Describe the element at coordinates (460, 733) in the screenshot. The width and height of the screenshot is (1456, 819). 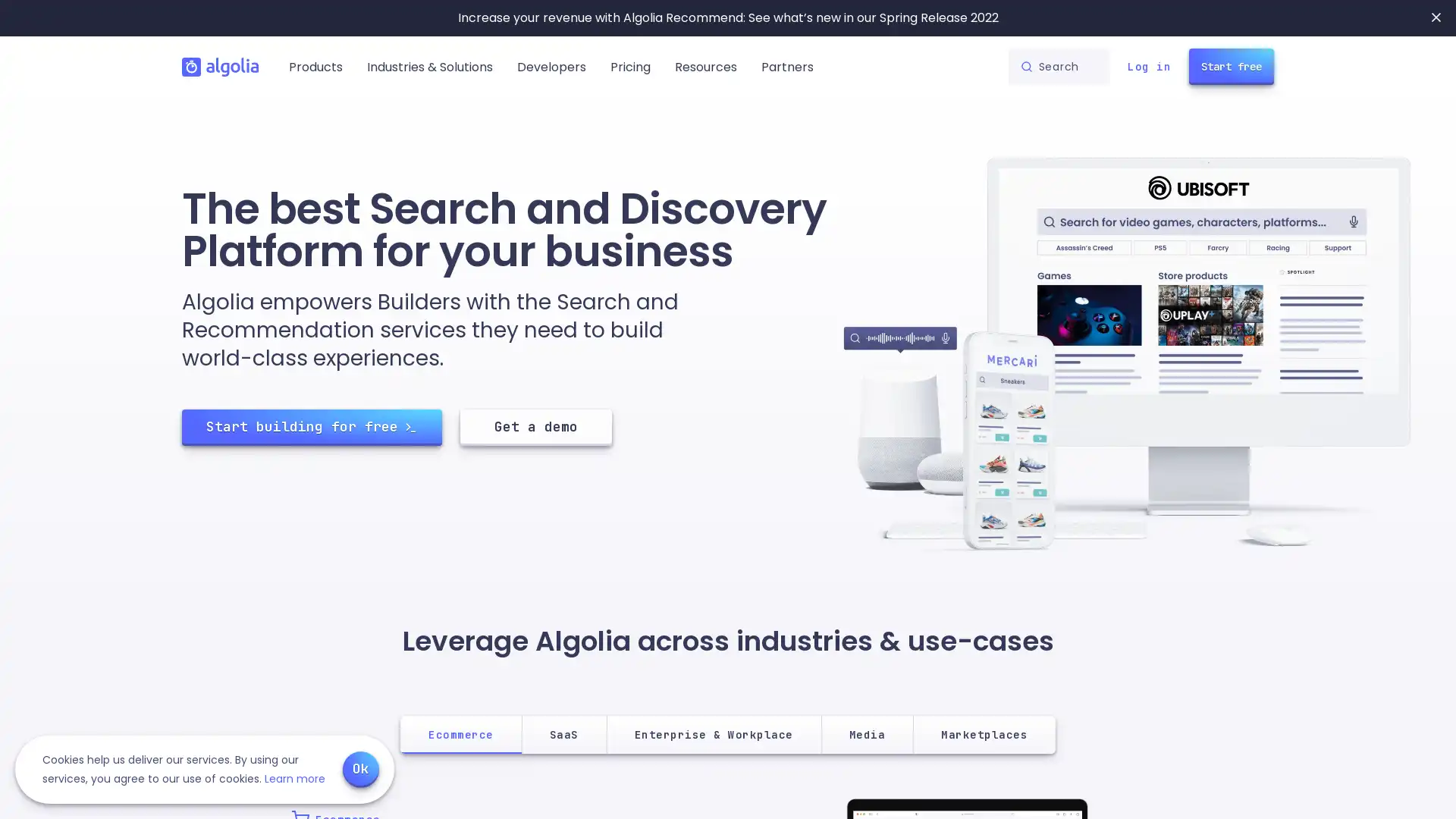
I see `Ecommerce` at that location.